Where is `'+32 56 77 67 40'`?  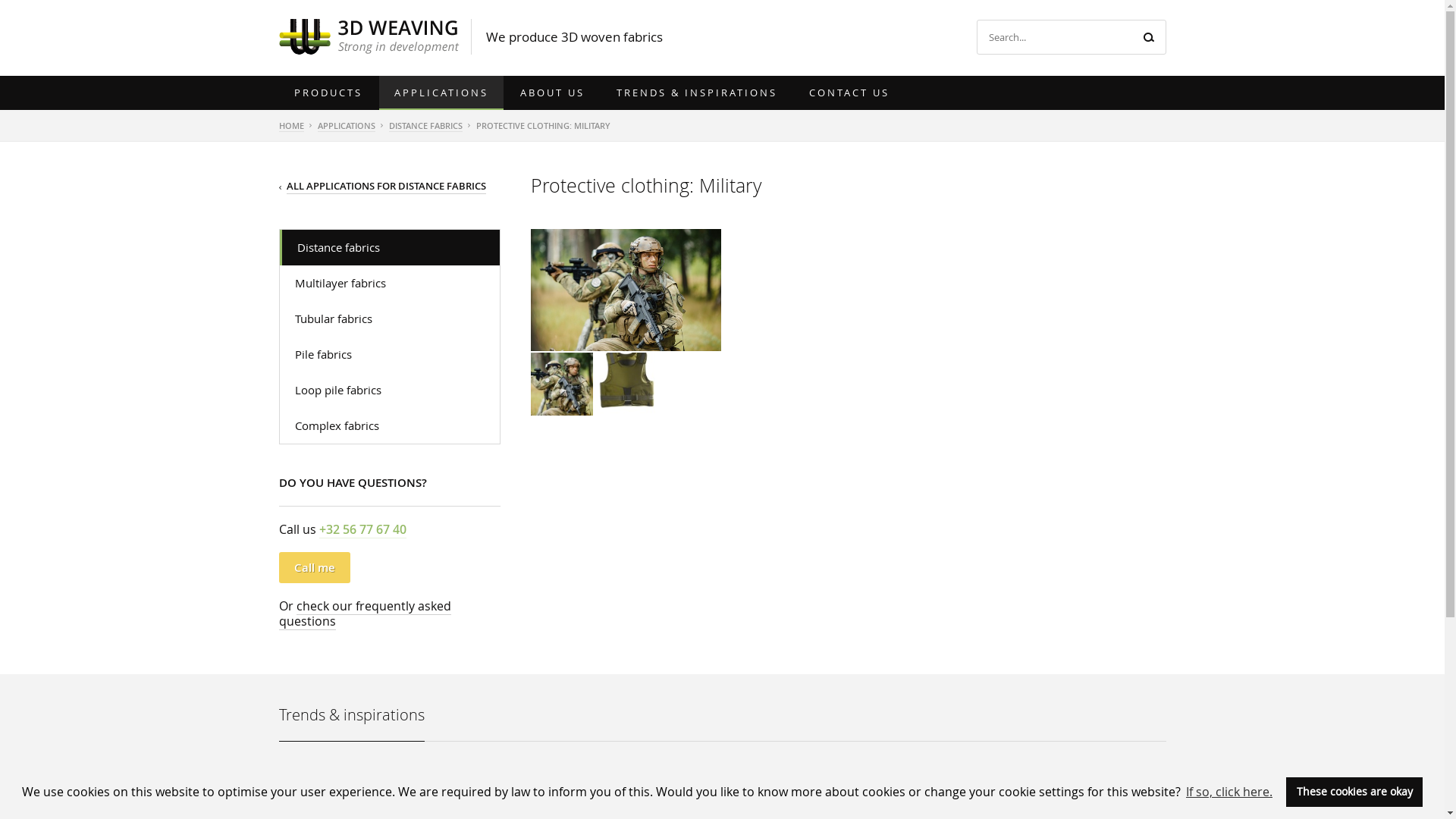
'+32 56 77 67 40' is located at coordinates (361, 529).